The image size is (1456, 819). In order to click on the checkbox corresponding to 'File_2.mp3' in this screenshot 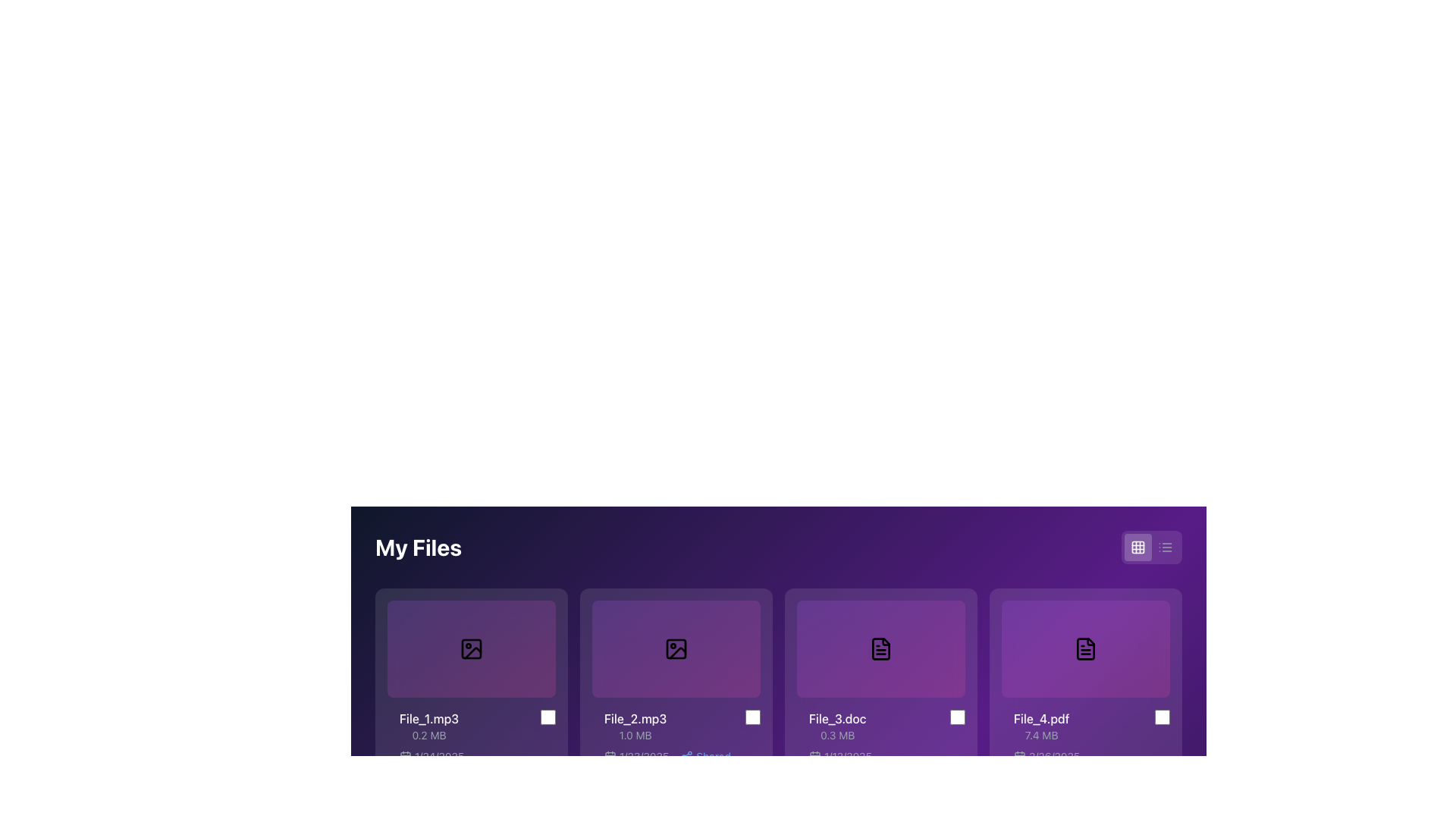, I will do `click(753, 717)`.